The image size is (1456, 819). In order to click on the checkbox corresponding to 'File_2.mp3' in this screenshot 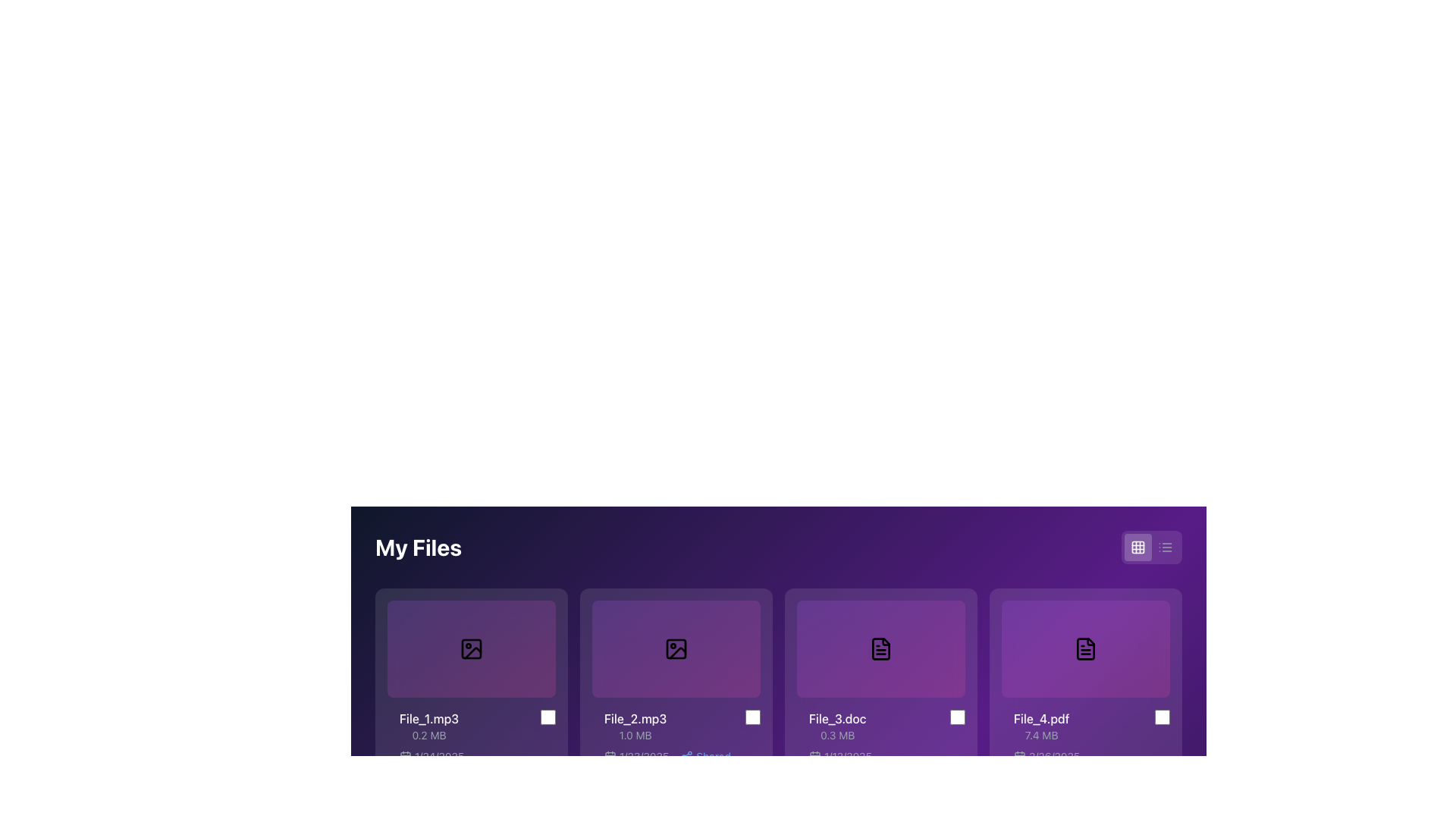, I will do `click(753, 717)`.